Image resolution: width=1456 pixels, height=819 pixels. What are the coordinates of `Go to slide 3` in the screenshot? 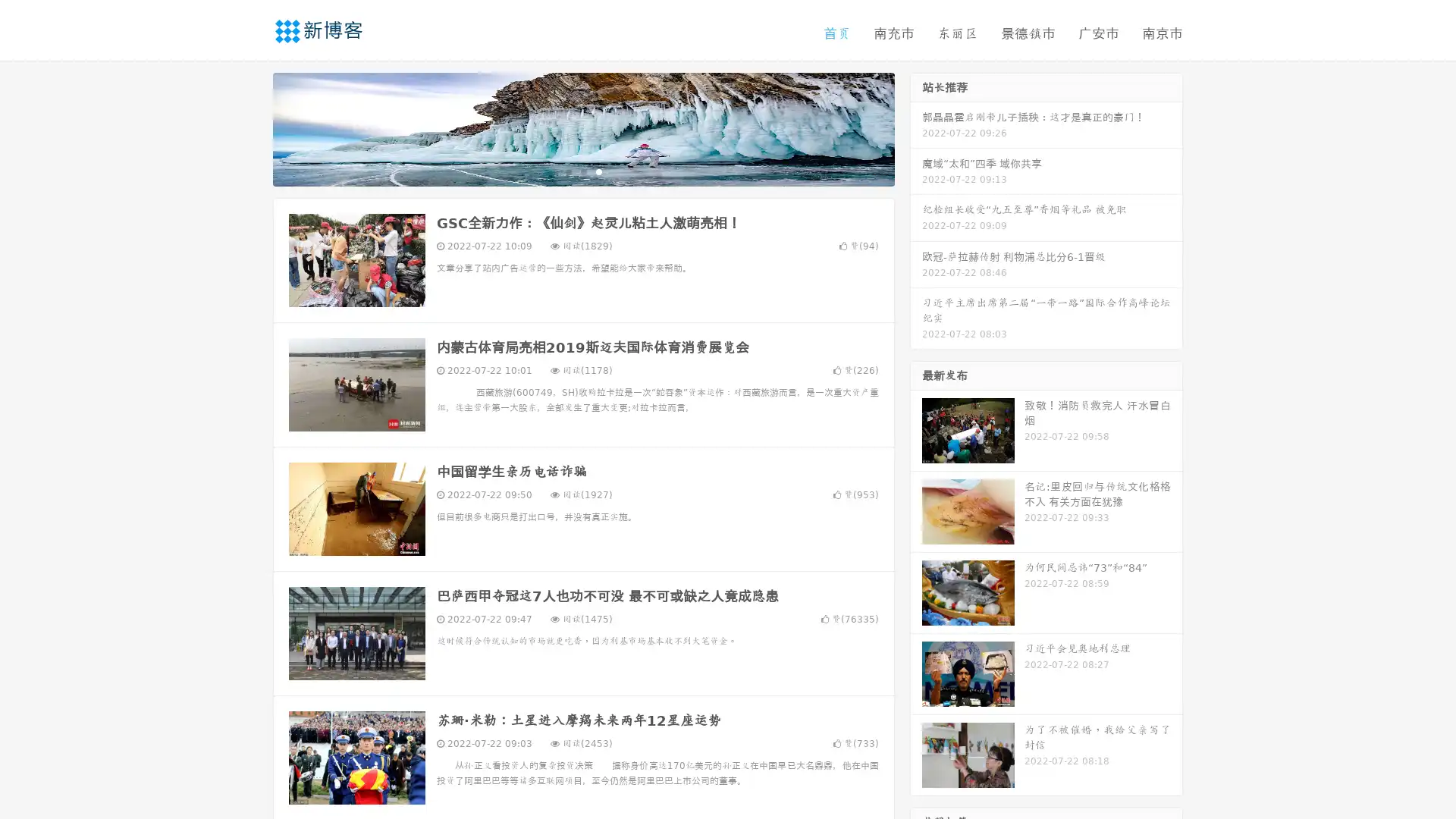 It's located at (598, 171).